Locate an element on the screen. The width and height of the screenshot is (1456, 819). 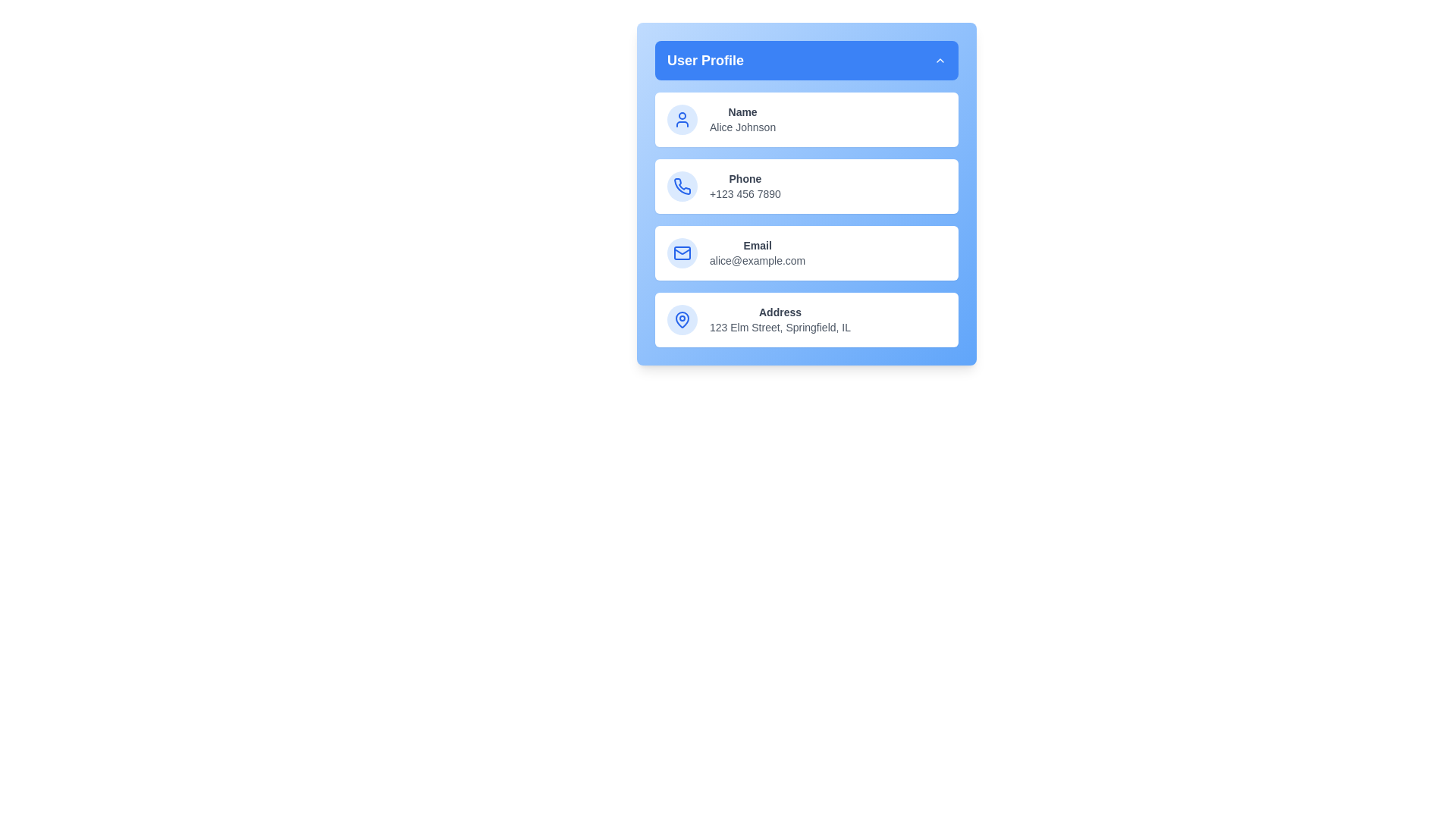
the text label displaying the user's phone number, which is located in the second row of the contact card structure, directly below the 'Phone' label is located at coordinates (745, 193).